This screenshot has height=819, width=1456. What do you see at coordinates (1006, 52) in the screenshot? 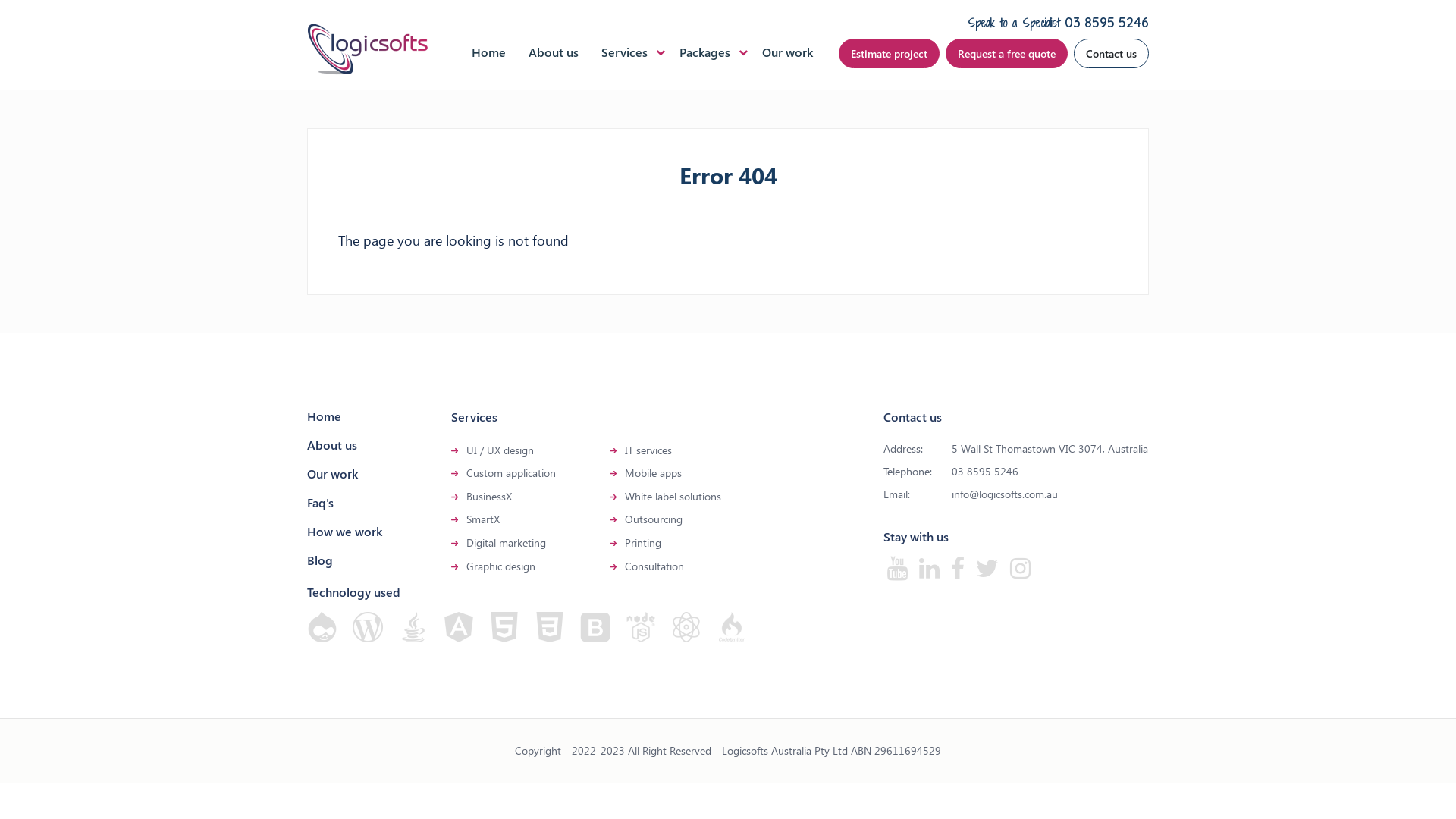
I see `'Request a free quote'` at bounding box center [1006, 52].